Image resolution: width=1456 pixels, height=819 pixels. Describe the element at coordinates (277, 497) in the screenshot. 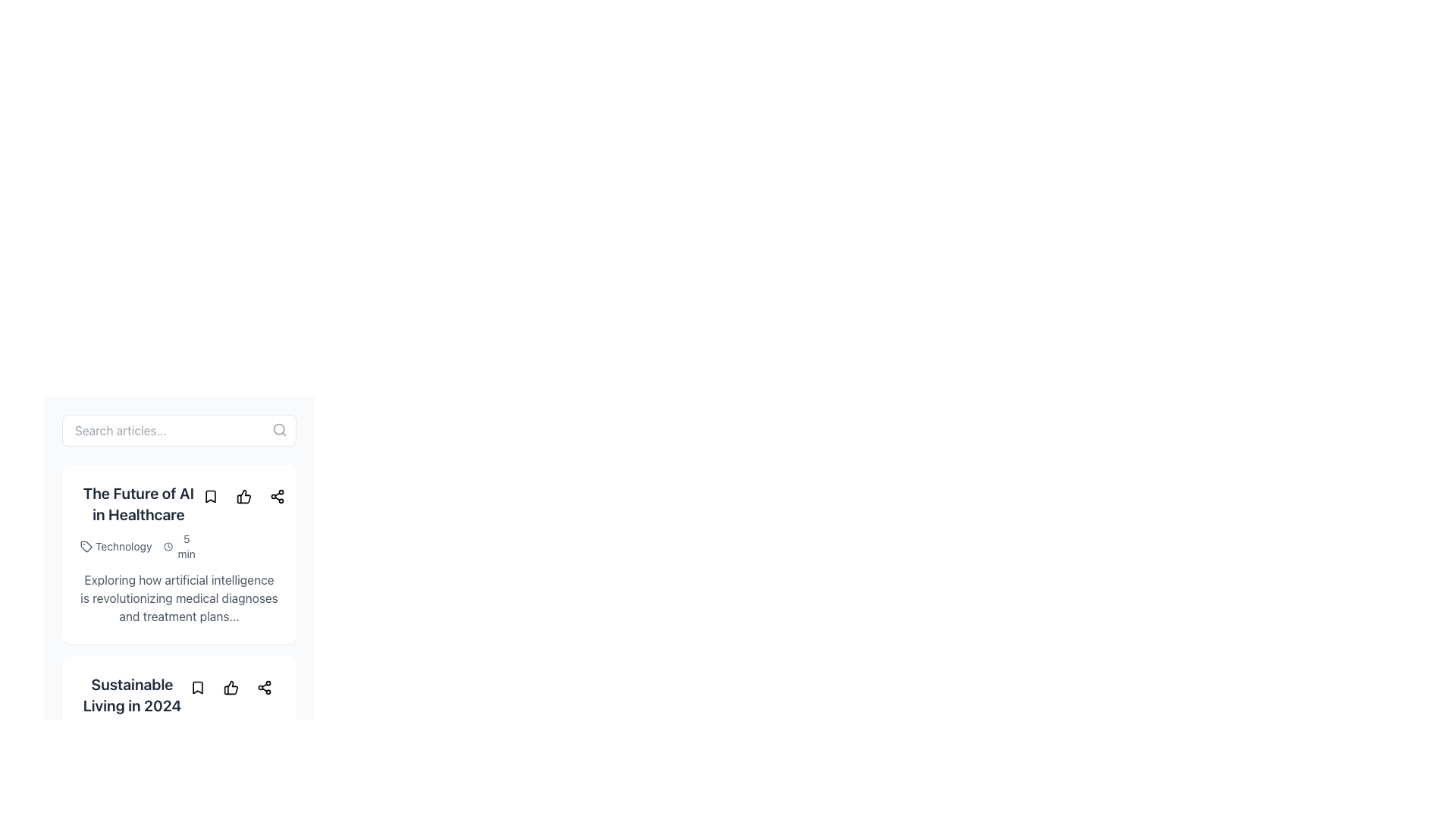

I see `the share button, which is the third button in a horizontal group located to the right of a thumbs-up button` at that location.